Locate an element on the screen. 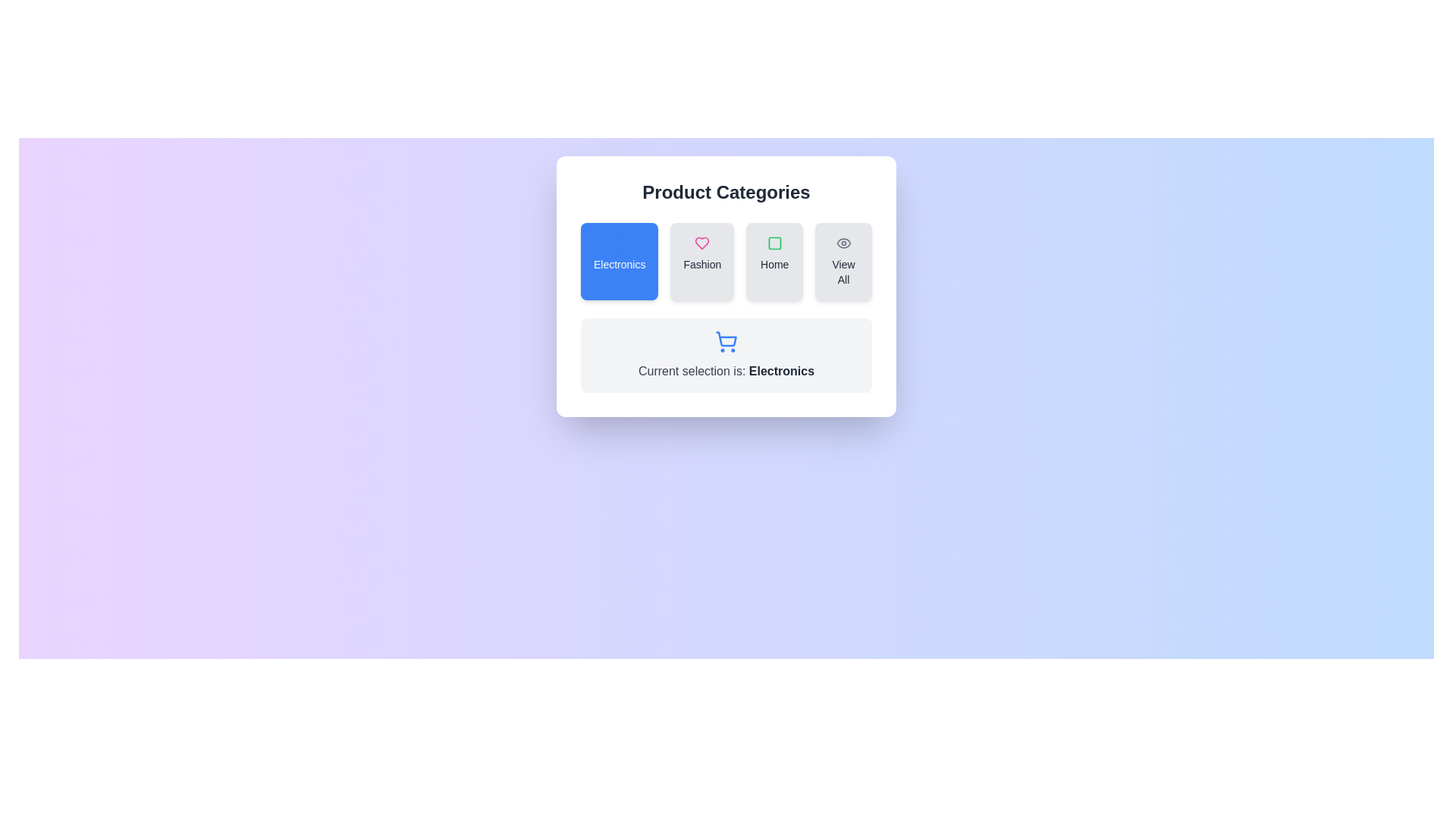 The width and height of the screenshot is (1456, 819). the small green-outlined square icon with a light-gray background located within the gray card labeled 'Home' in the 'Product Categories' section is located at coordinates (774, 242).